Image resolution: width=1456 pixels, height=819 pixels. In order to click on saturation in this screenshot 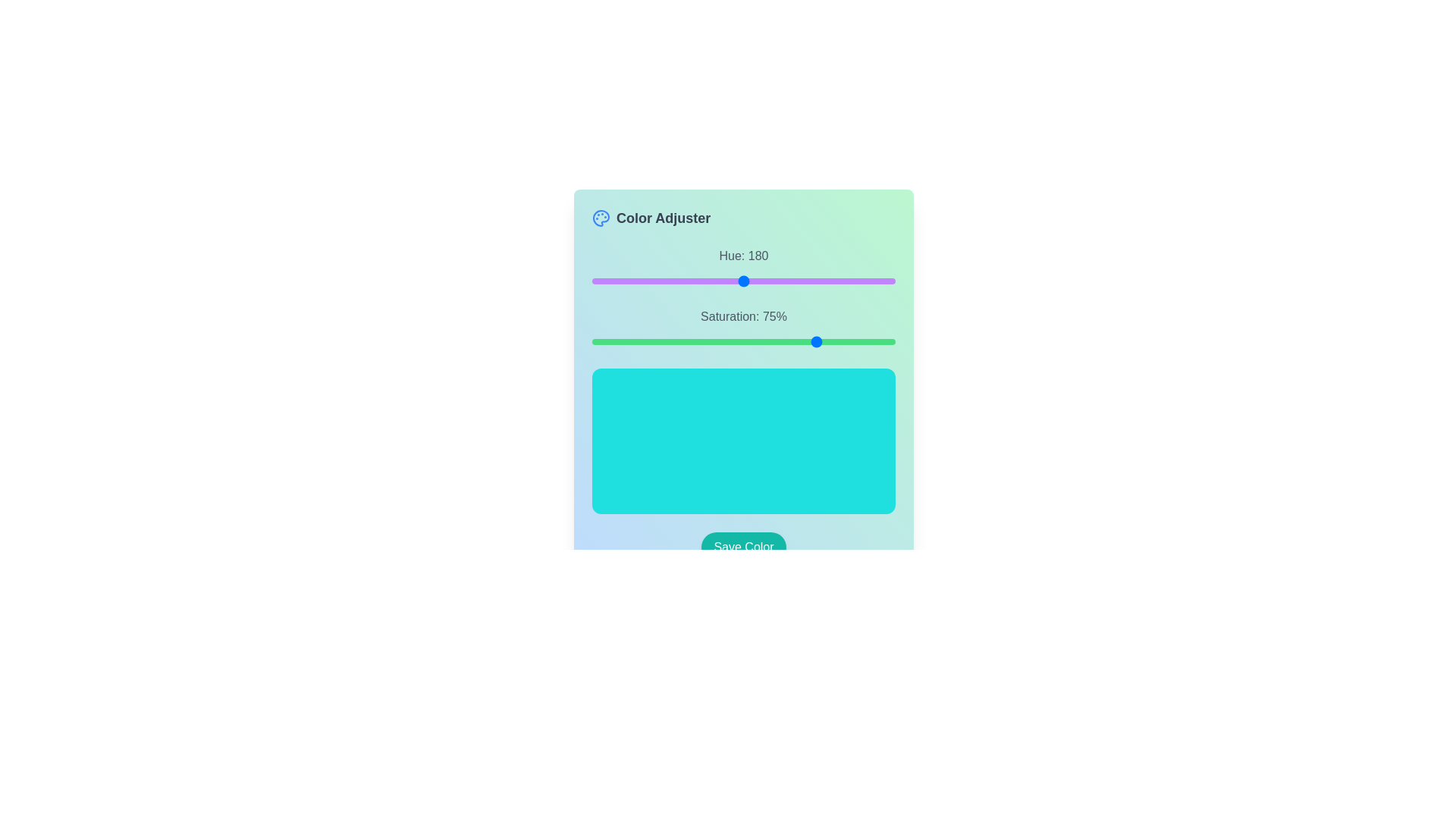, I will do `click(810, 342)`.